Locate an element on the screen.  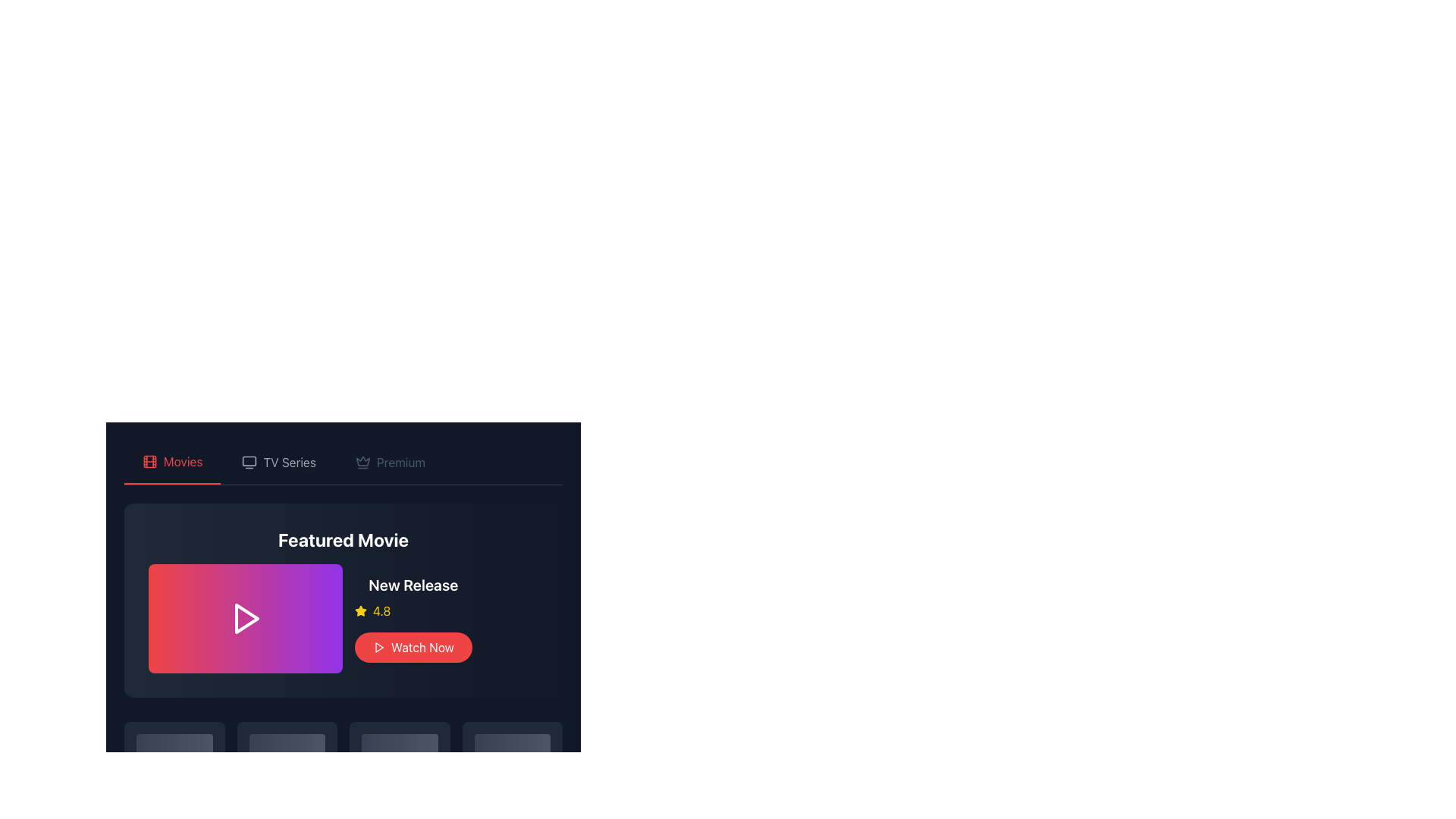
the minimalistic television icon located in the top navigation bar, which is the leftmost icon associated with the 'TV Series' label, to potentially display a tooltip is located at coordinates (249, 461).